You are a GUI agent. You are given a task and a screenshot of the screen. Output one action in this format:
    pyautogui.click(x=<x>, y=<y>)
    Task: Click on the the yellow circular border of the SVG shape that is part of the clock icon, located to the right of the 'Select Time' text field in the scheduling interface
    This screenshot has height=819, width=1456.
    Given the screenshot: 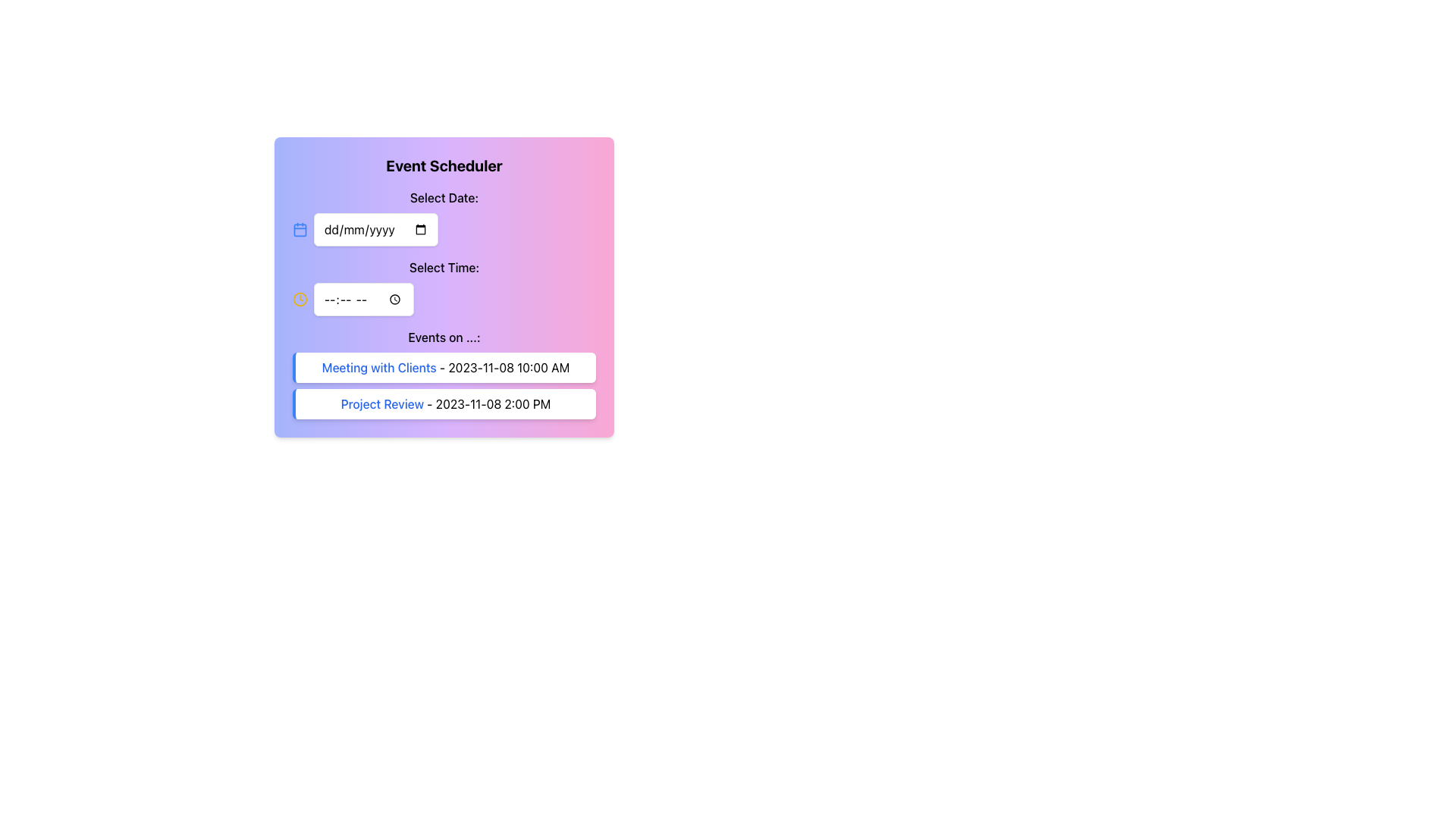 What is the action you would take?
    pyautogui.click(x=300, y=299)
    